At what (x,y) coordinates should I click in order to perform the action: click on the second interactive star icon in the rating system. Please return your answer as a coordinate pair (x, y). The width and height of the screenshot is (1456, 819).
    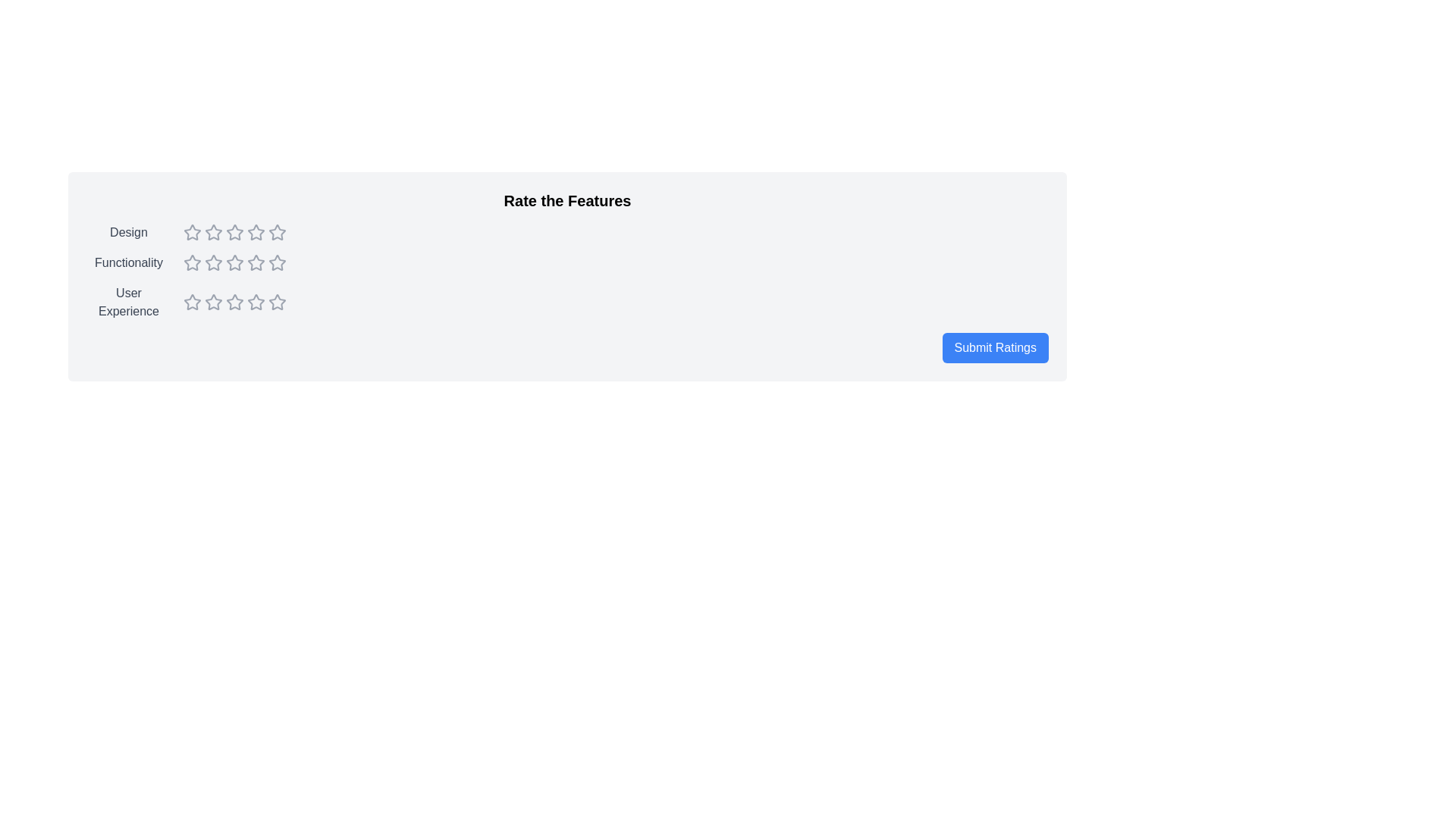
    Looking at the image, I should click on (213, 232).